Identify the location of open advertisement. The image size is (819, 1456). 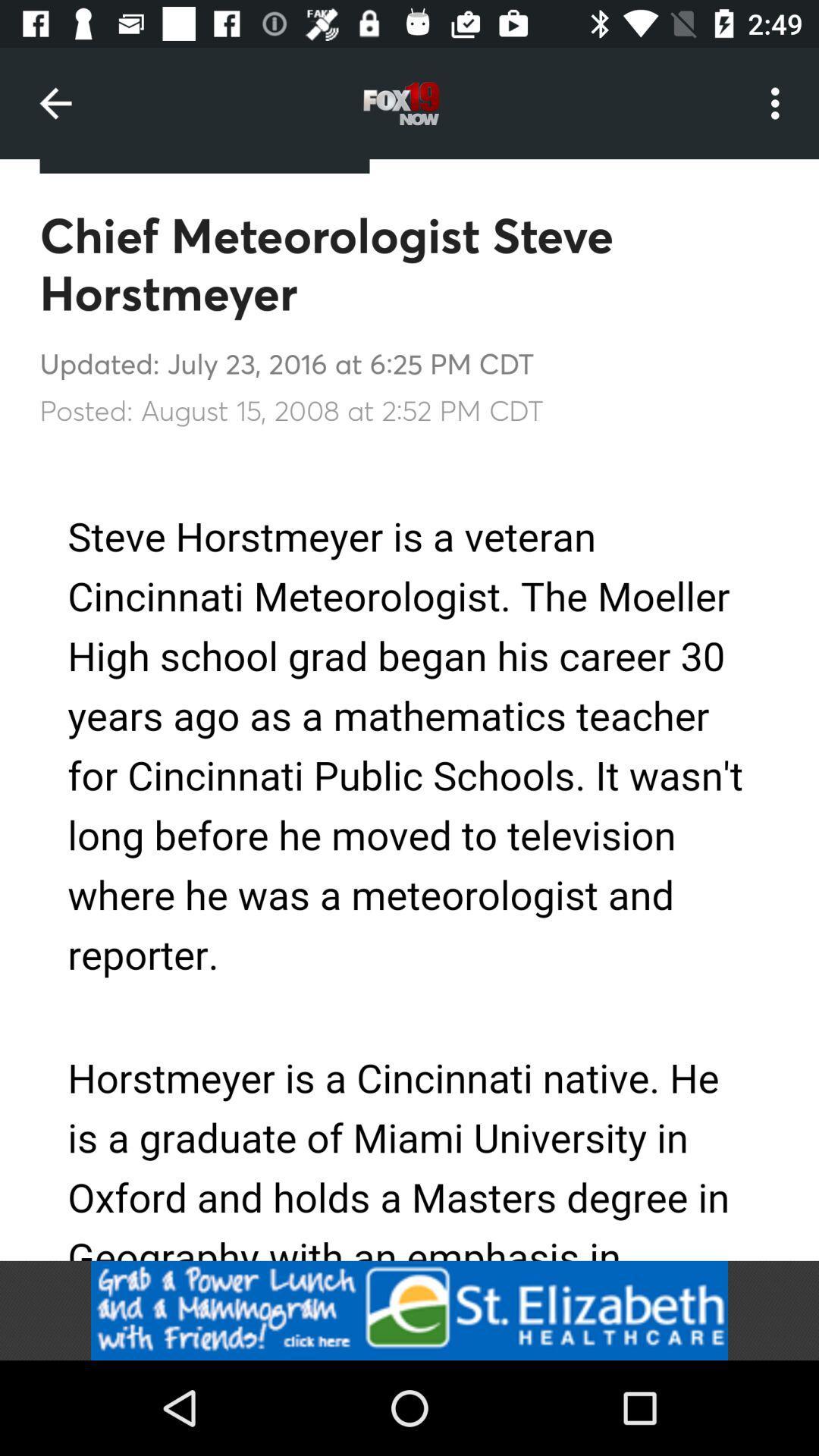
(409, 1310).